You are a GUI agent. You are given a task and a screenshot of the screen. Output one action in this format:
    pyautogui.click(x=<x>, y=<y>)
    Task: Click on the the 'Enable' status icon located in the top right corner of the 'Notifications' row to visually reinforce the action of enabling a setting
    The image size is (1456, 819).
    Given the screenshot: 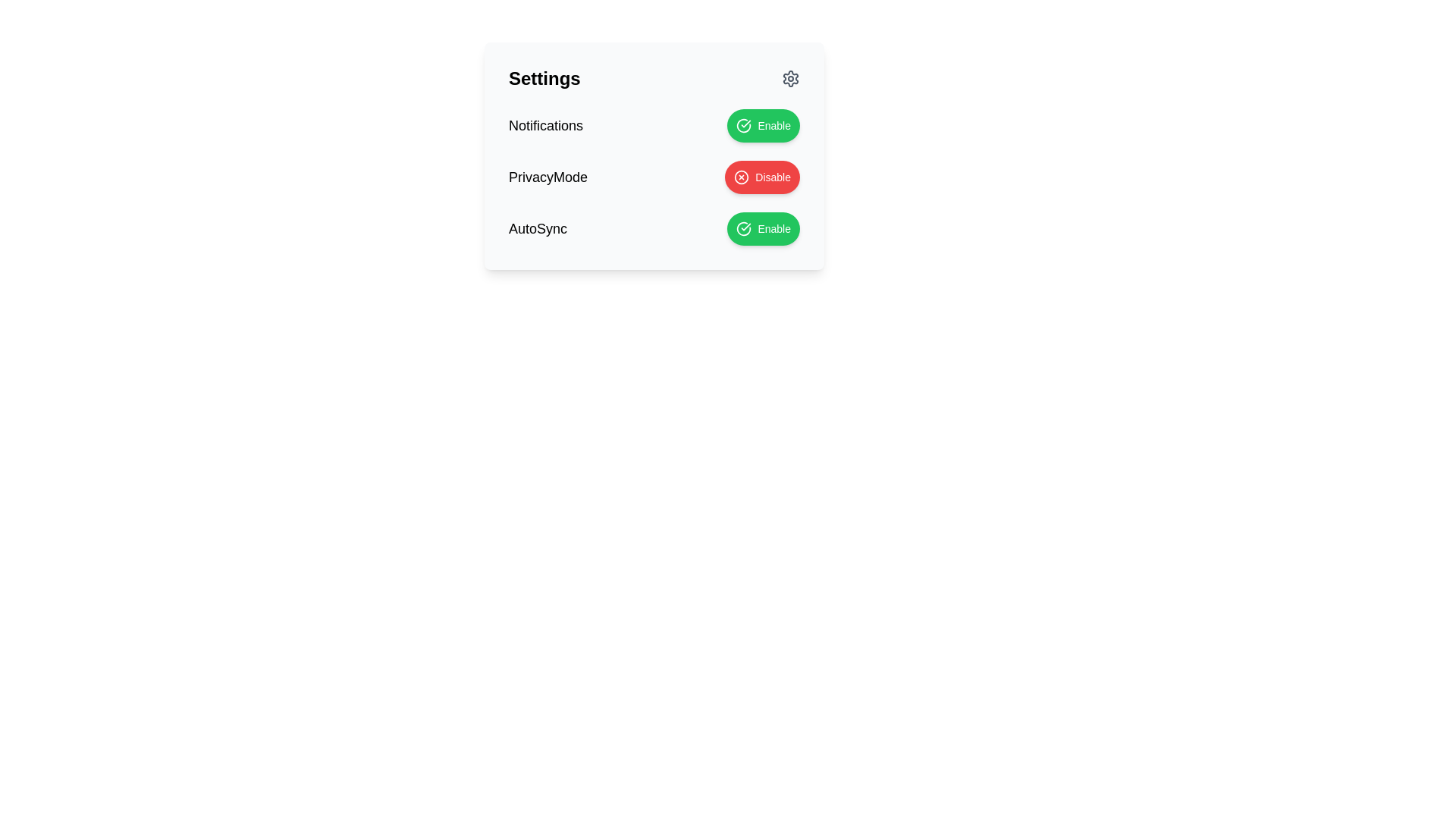 What is the action you would take?
    pyautogui.click(x=744, y=124)
    